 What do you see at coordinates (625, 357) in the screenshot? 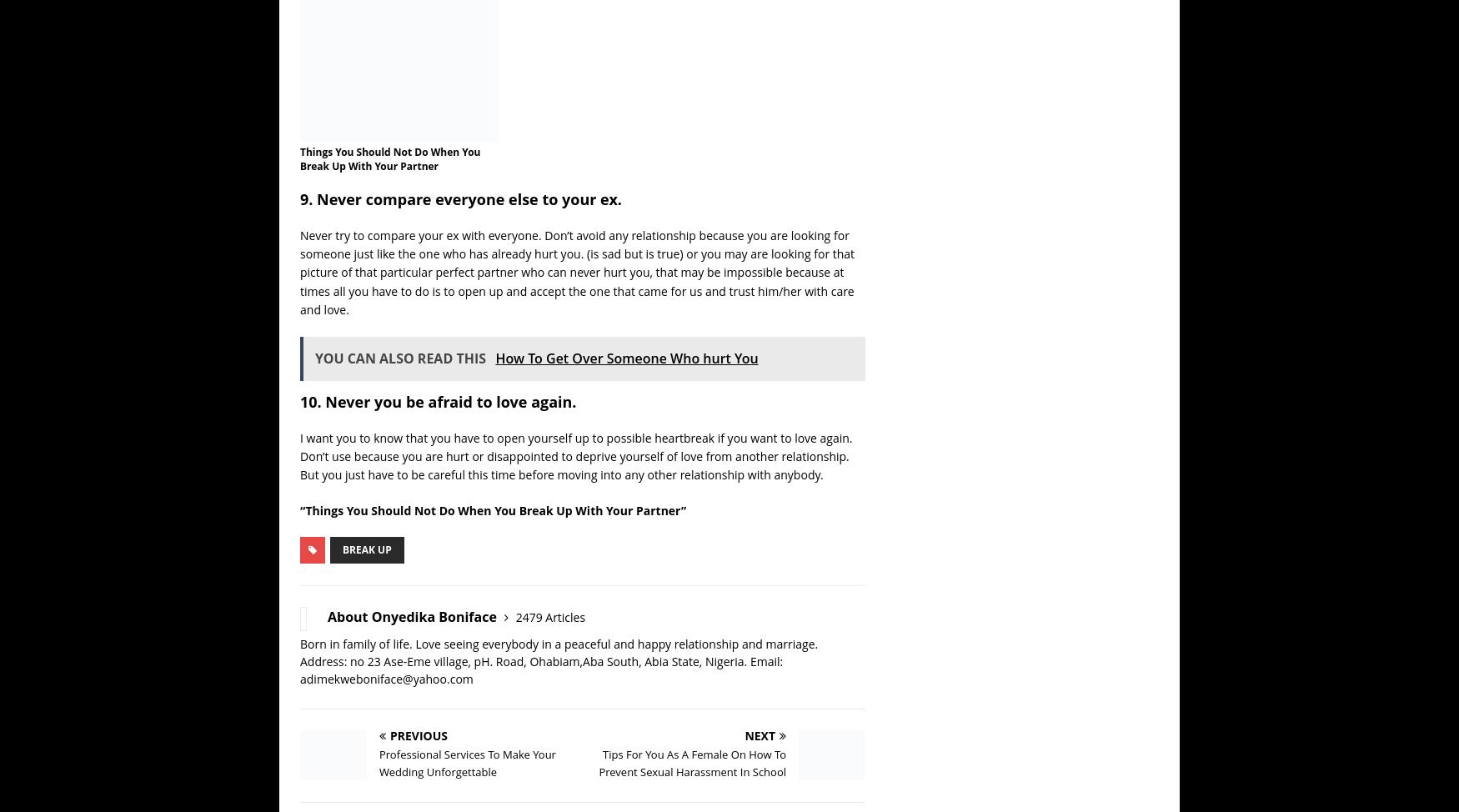
I see `'How To Get Over Someone Who hurt You'` at bounding box center [625, 357].